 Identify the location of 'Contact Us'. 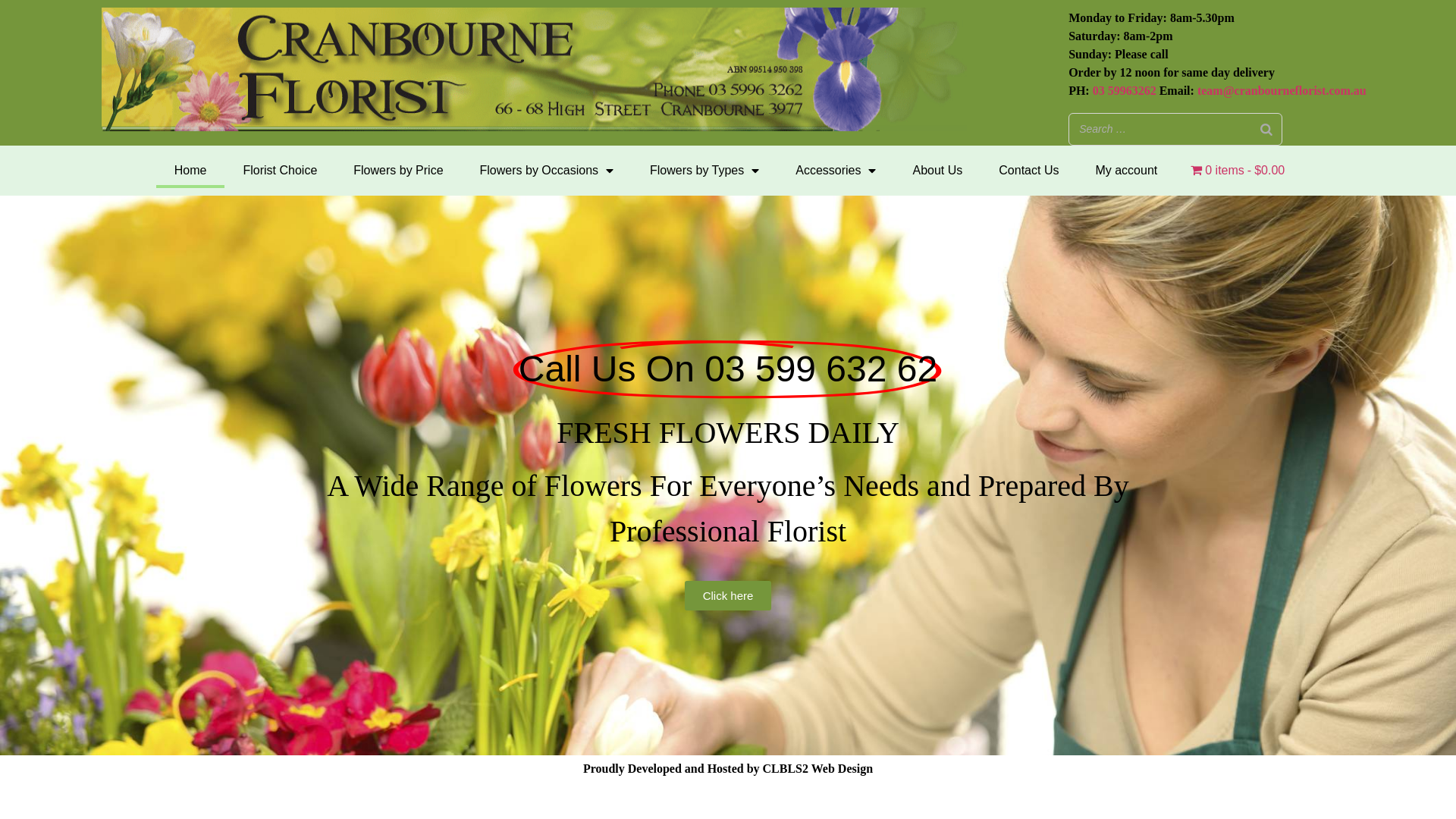
(980, 170).